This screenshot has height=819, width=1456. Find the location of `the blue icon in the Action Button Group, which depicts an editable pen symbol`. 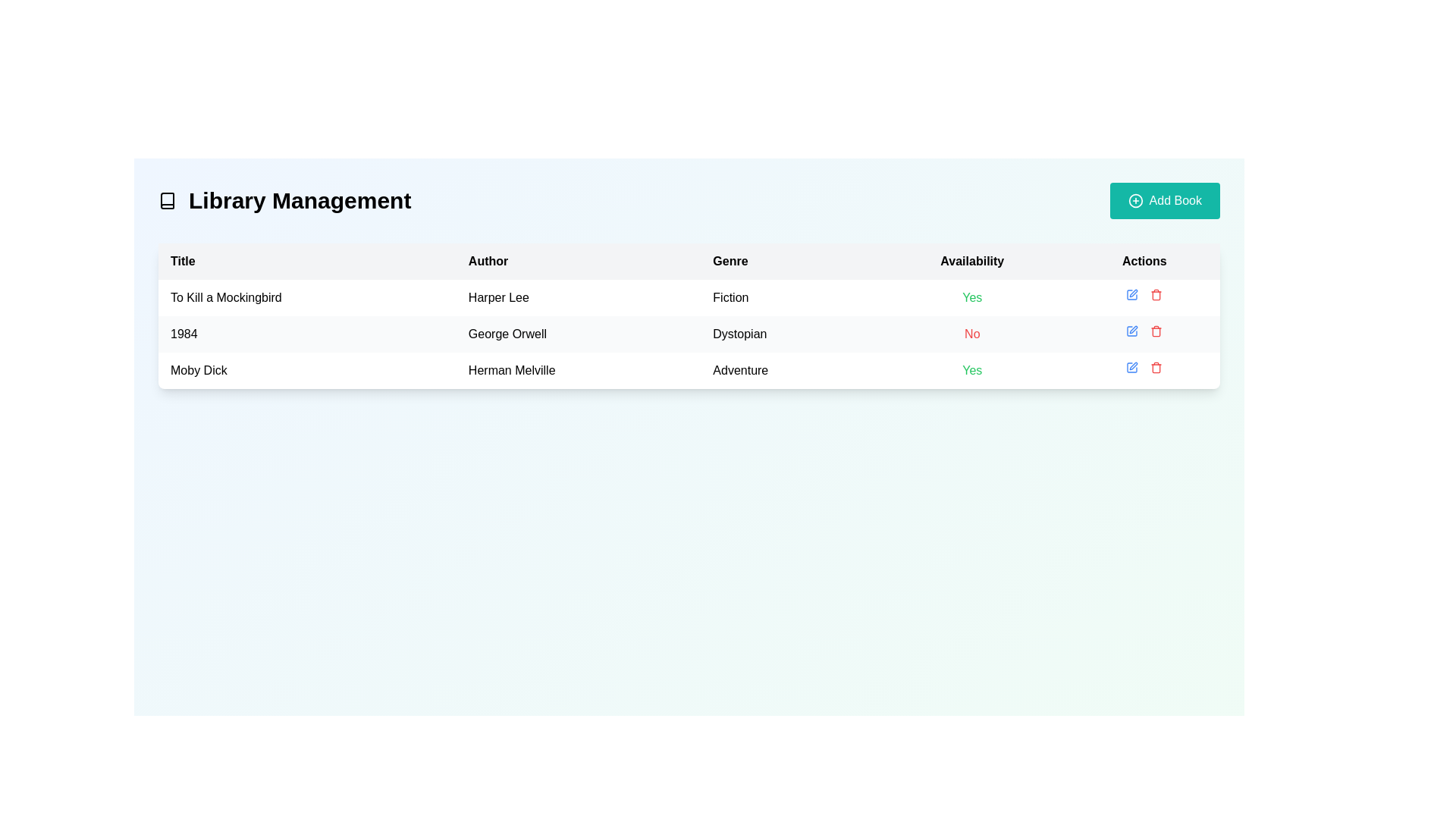

the blue icon in the Action Button Group, which depicts an editable pen symbol is located at coordinates (1144, 295).